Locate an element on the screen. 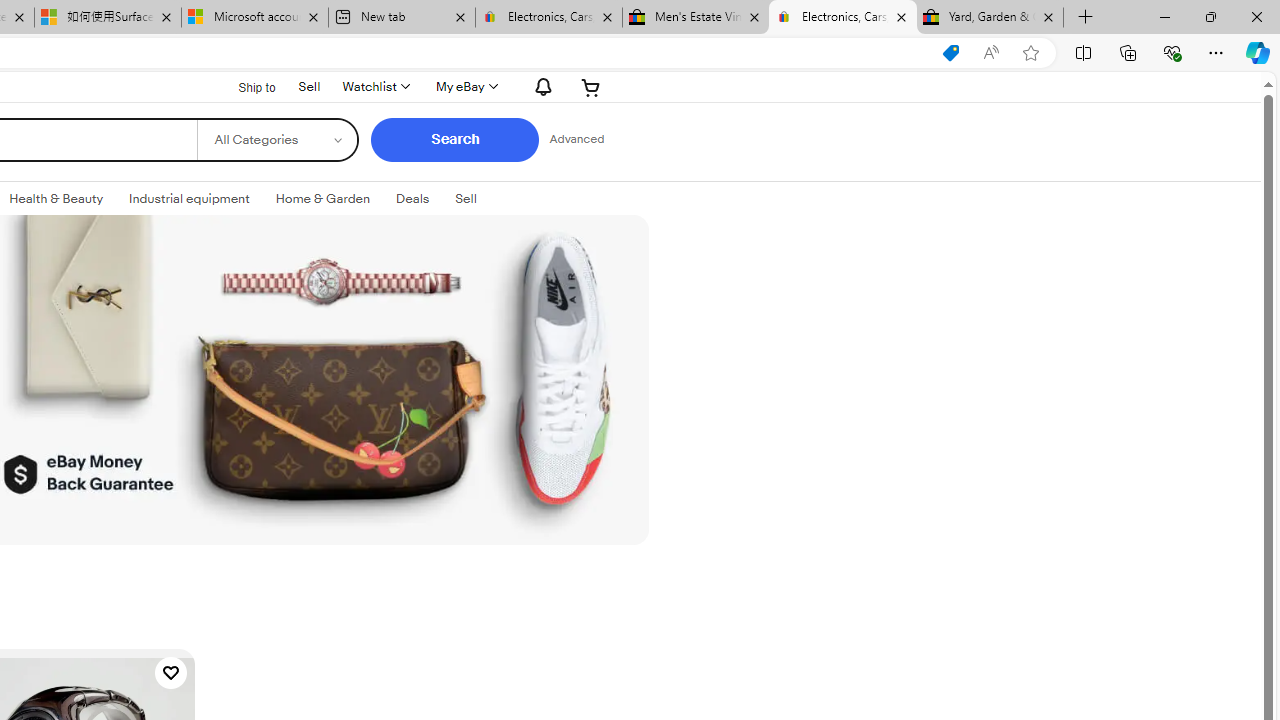  'Advanced Search' is located at coordinates (575, 139).